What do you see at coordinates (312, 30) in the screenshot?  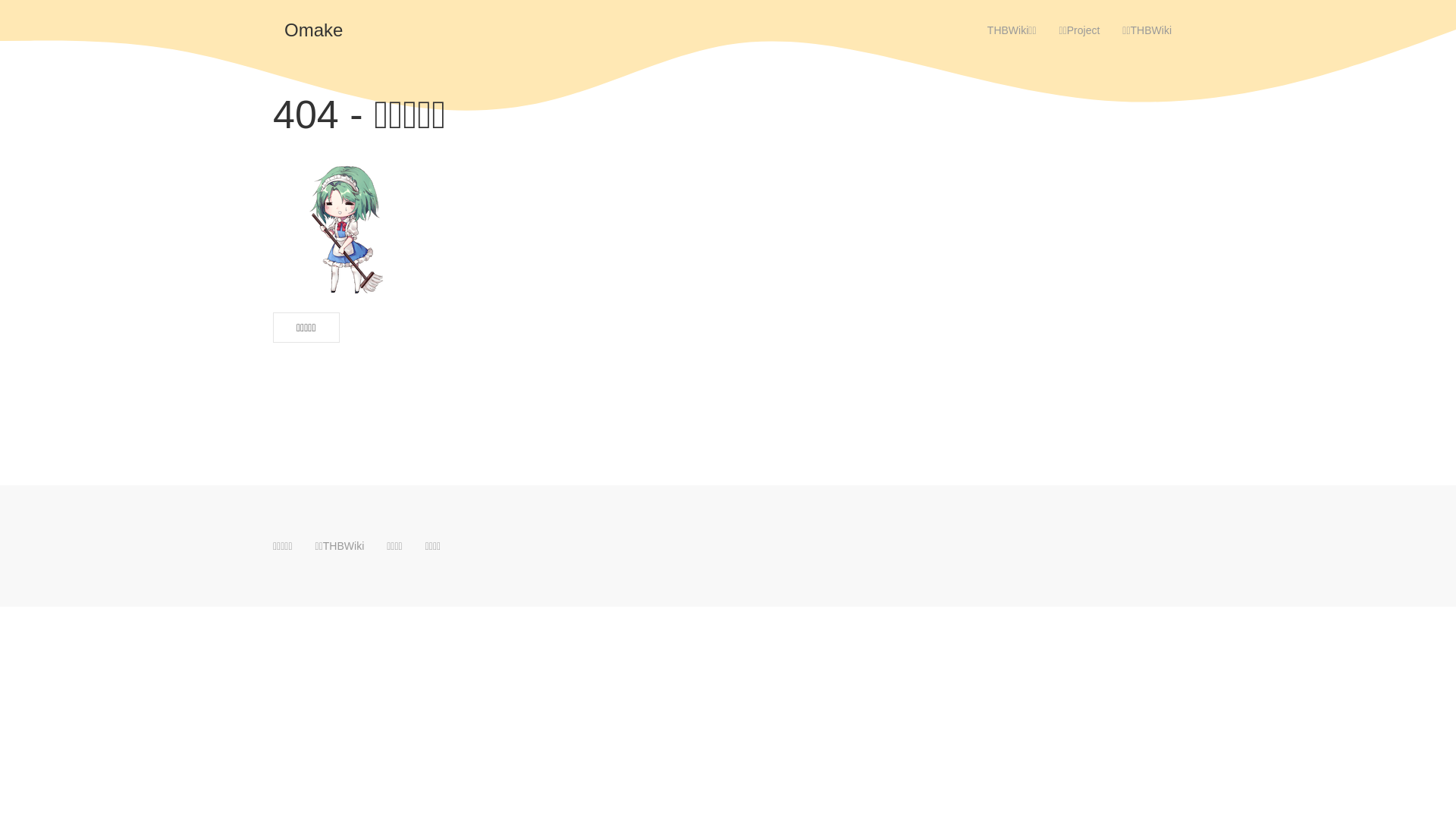 I see `'Omake'` at bounding box center [312, 30].